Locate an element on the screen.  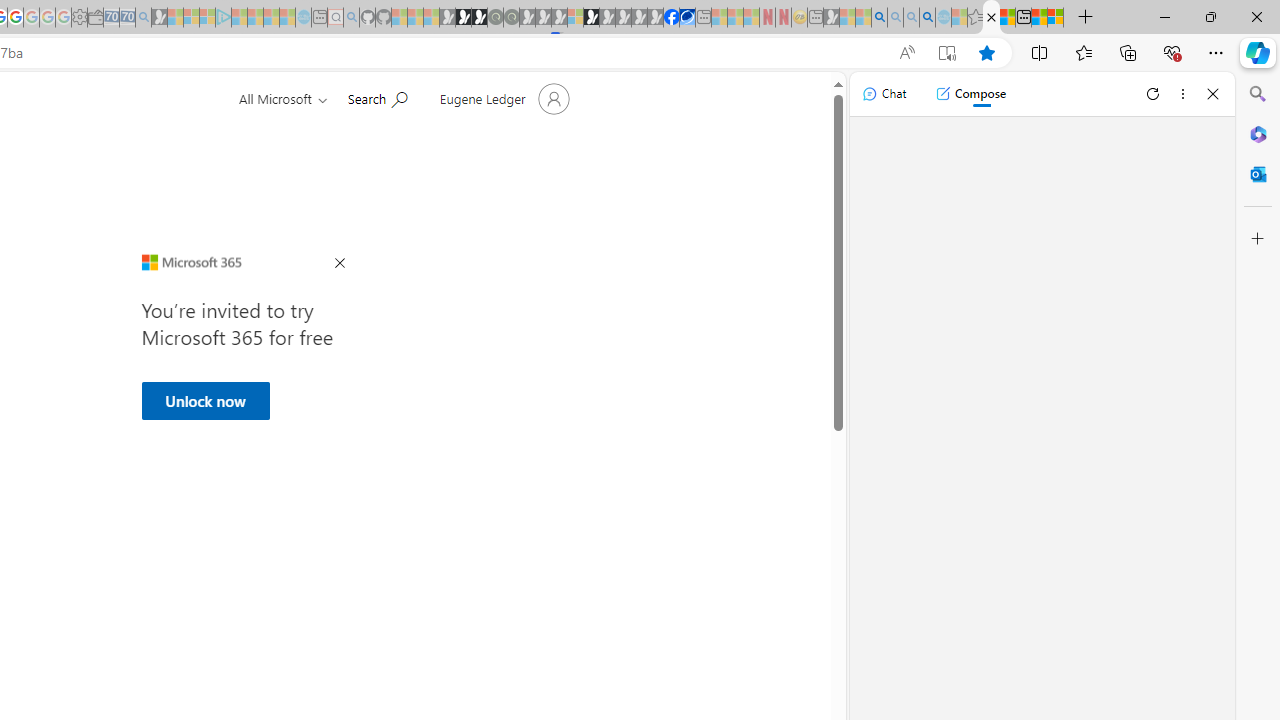
'Sign in to your account - Sleeping' is located at coordinates (574, 17).